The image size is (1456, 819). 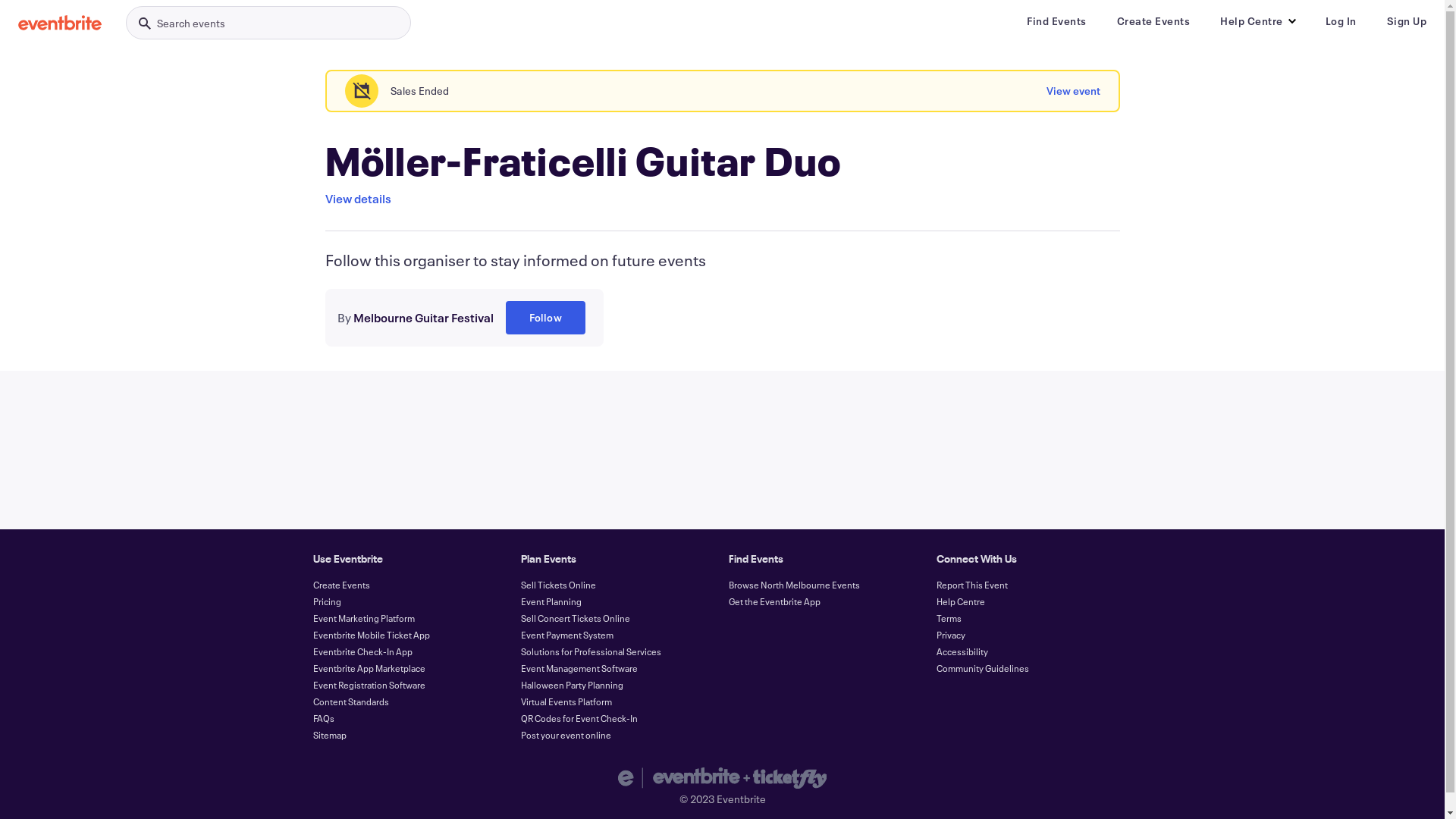 I want to click on 'Help Centre', so click(x=959, y=601).